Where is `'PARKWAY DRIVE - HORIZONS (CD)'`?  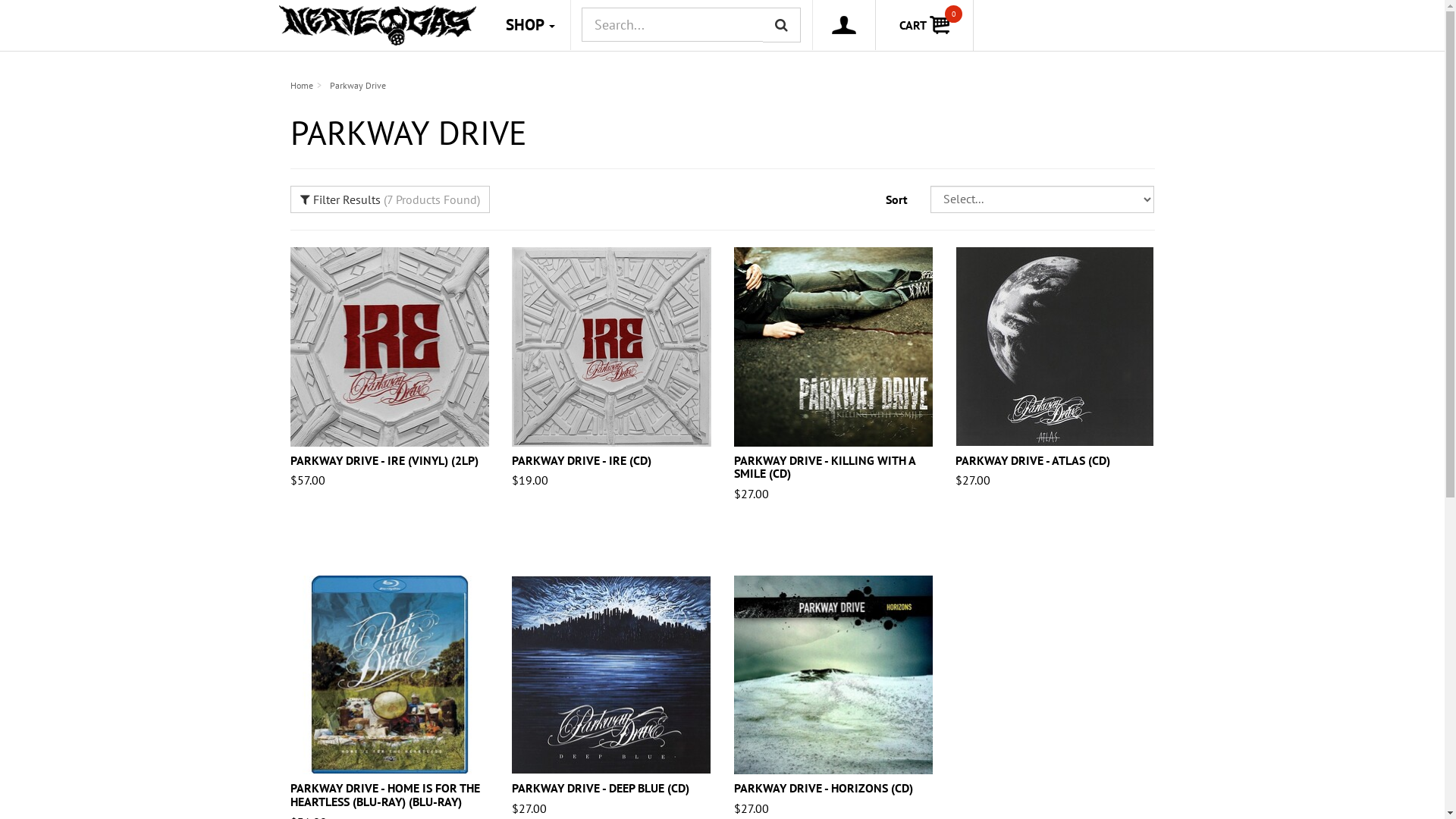 'PARKWAY DRIVE - HORIZONS (CD)' is located at coordinates (734, 786).